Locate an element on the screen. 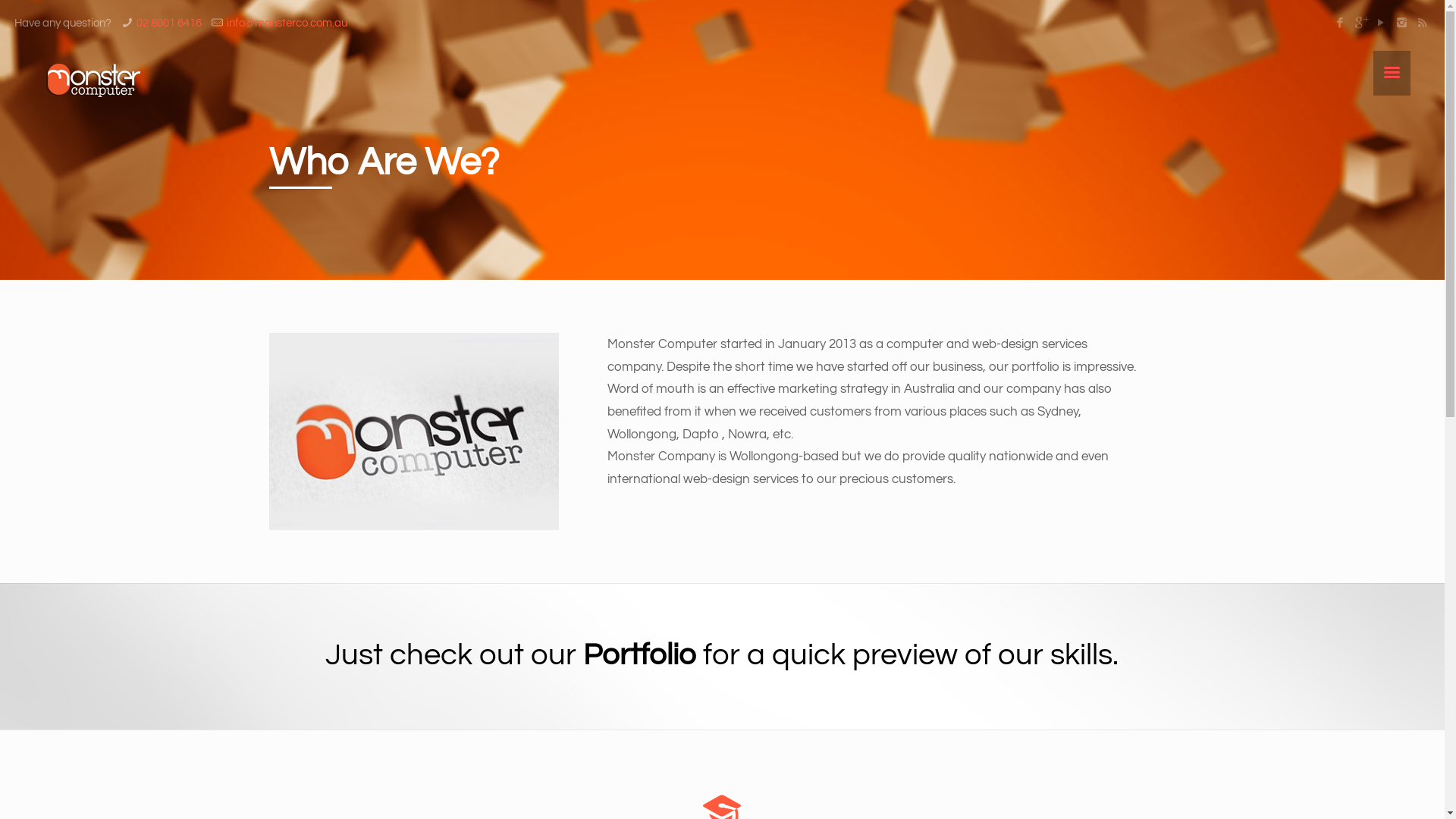 The width and height of the screenshot is (1456, 819). 'info@monsterco.com.au' is located at coordinates (287, 23).